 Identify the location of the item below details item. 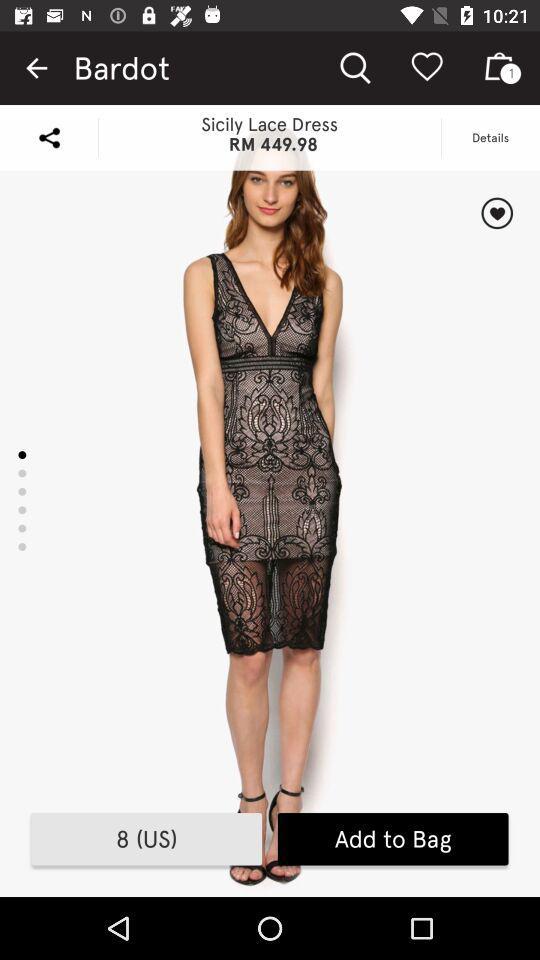
(496, 213).